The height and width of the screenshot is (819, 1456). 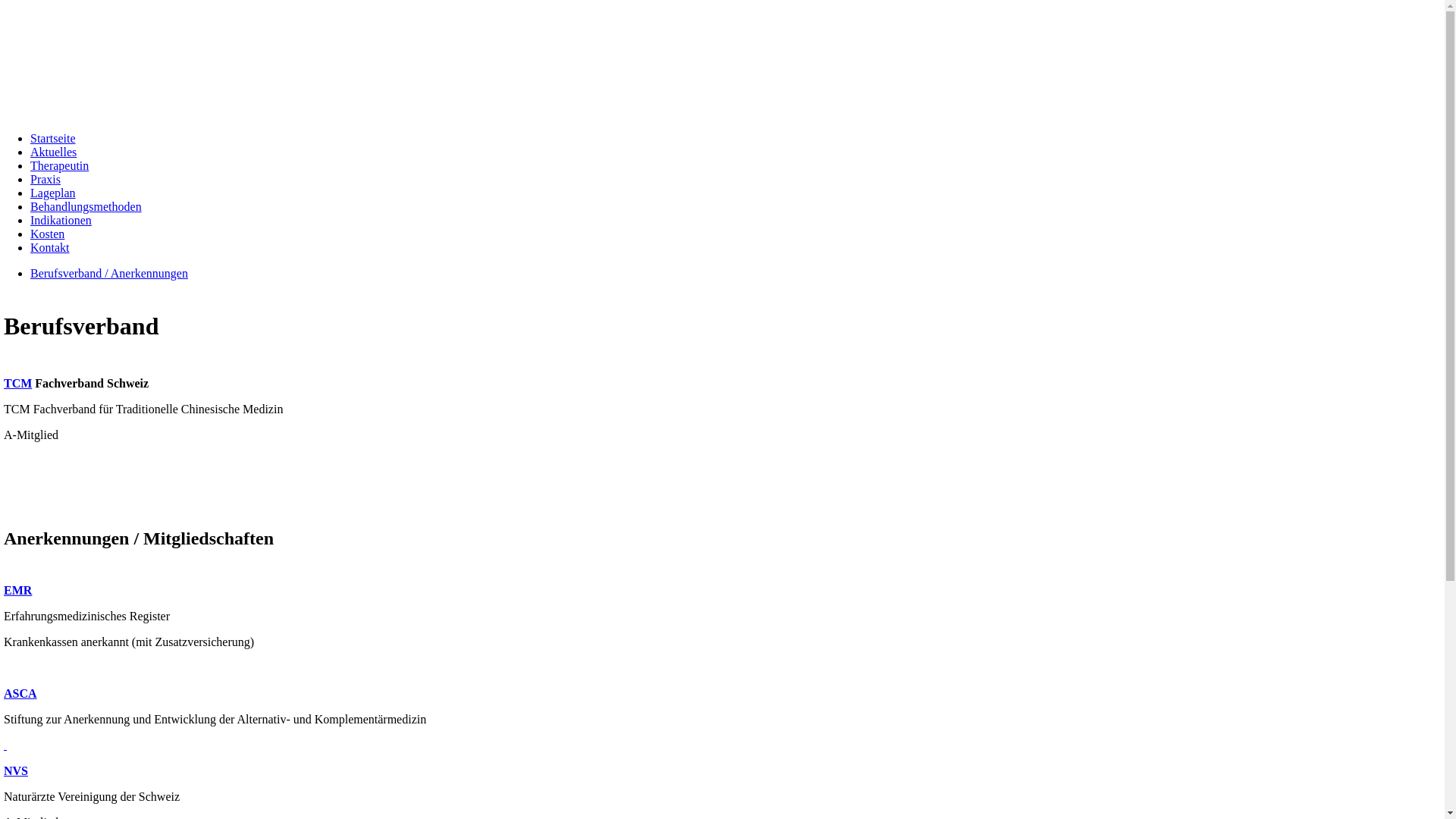 I want to click on 'Kontakt', so click(x=30, y=246).